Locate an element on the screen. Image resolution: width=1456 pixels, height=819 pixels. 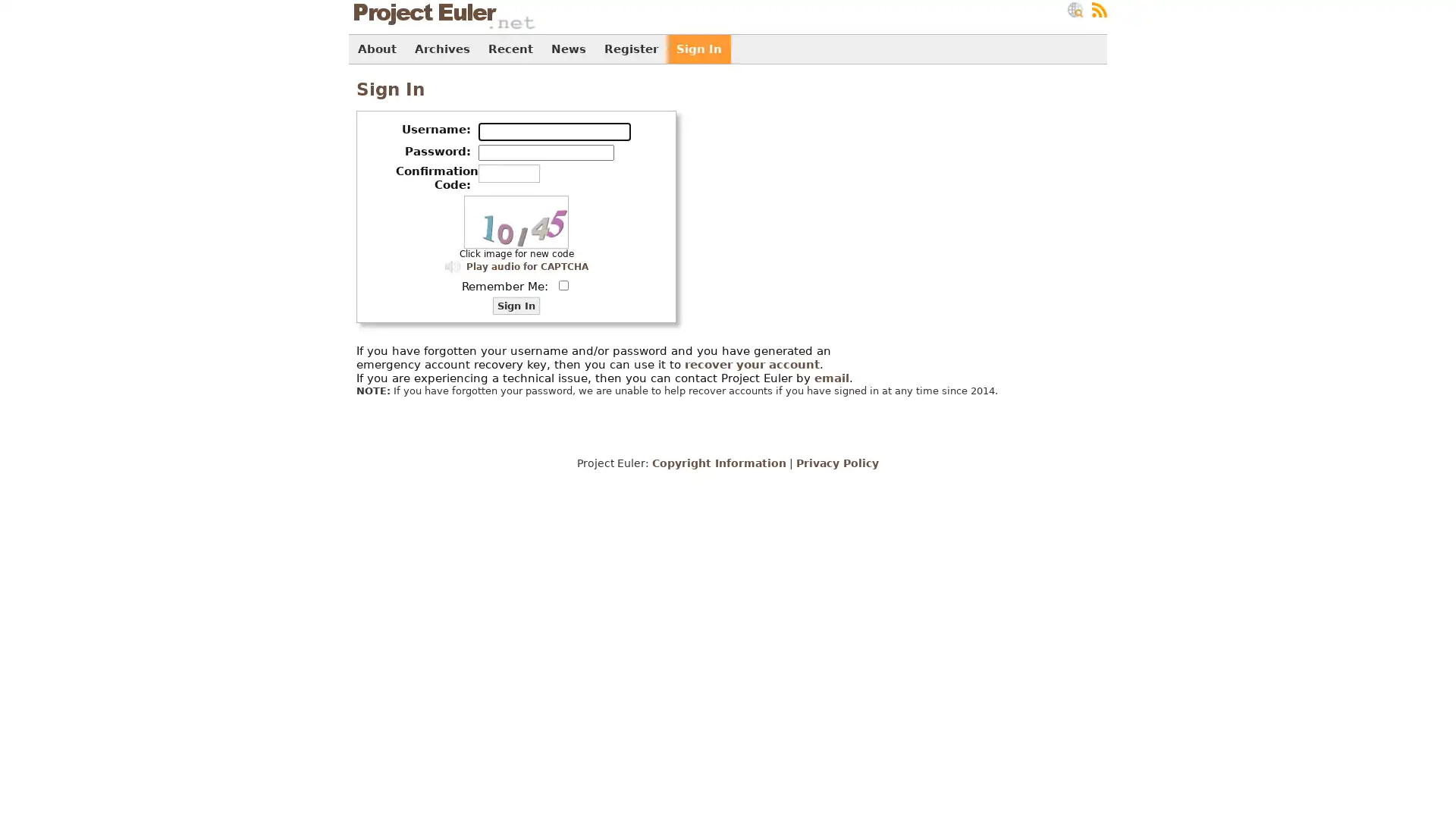
email is located at coordinates (831, 377).